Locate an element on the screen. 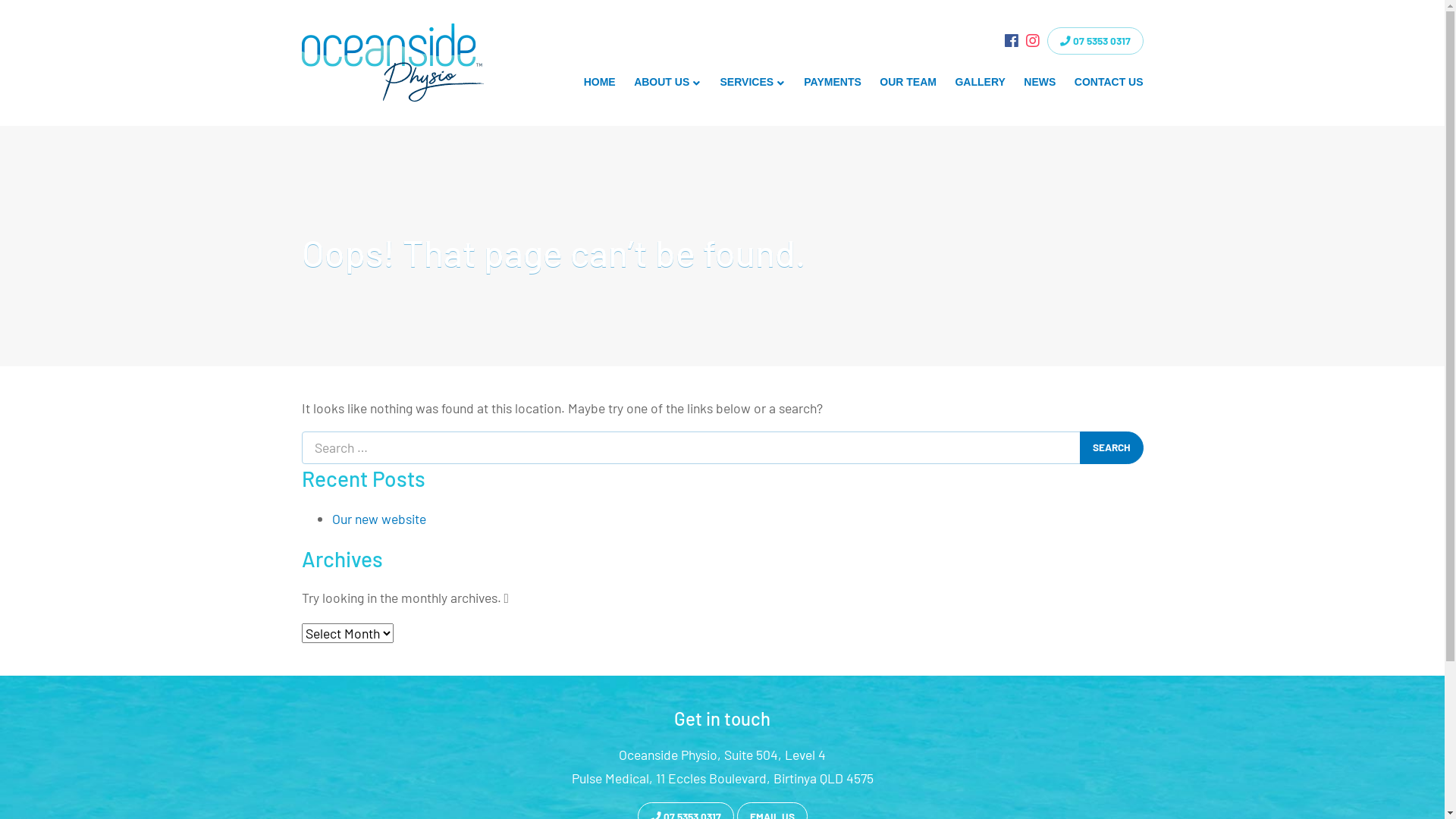 This screenshot has width=1456, height=819. 'HOME' is located at coordinates (573, 82).